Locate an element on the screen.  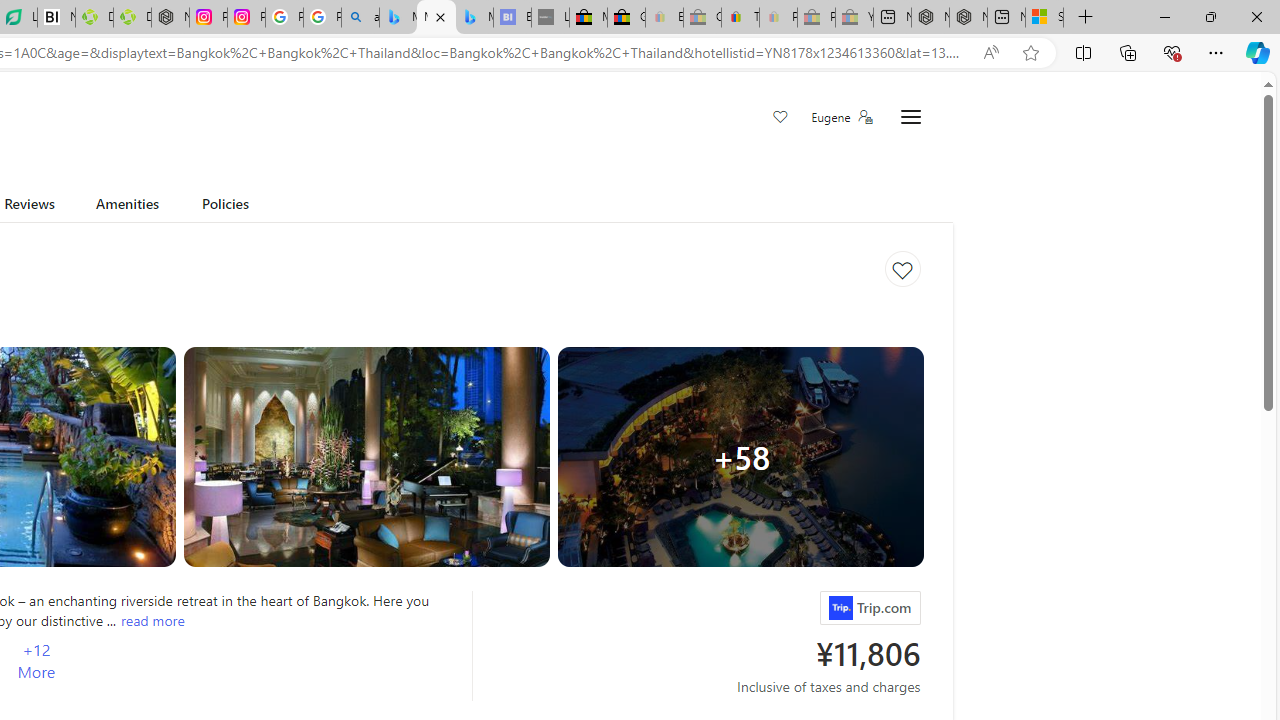
'Nordace - Summer Adventures 2024' is located at coordinates (968, 17).